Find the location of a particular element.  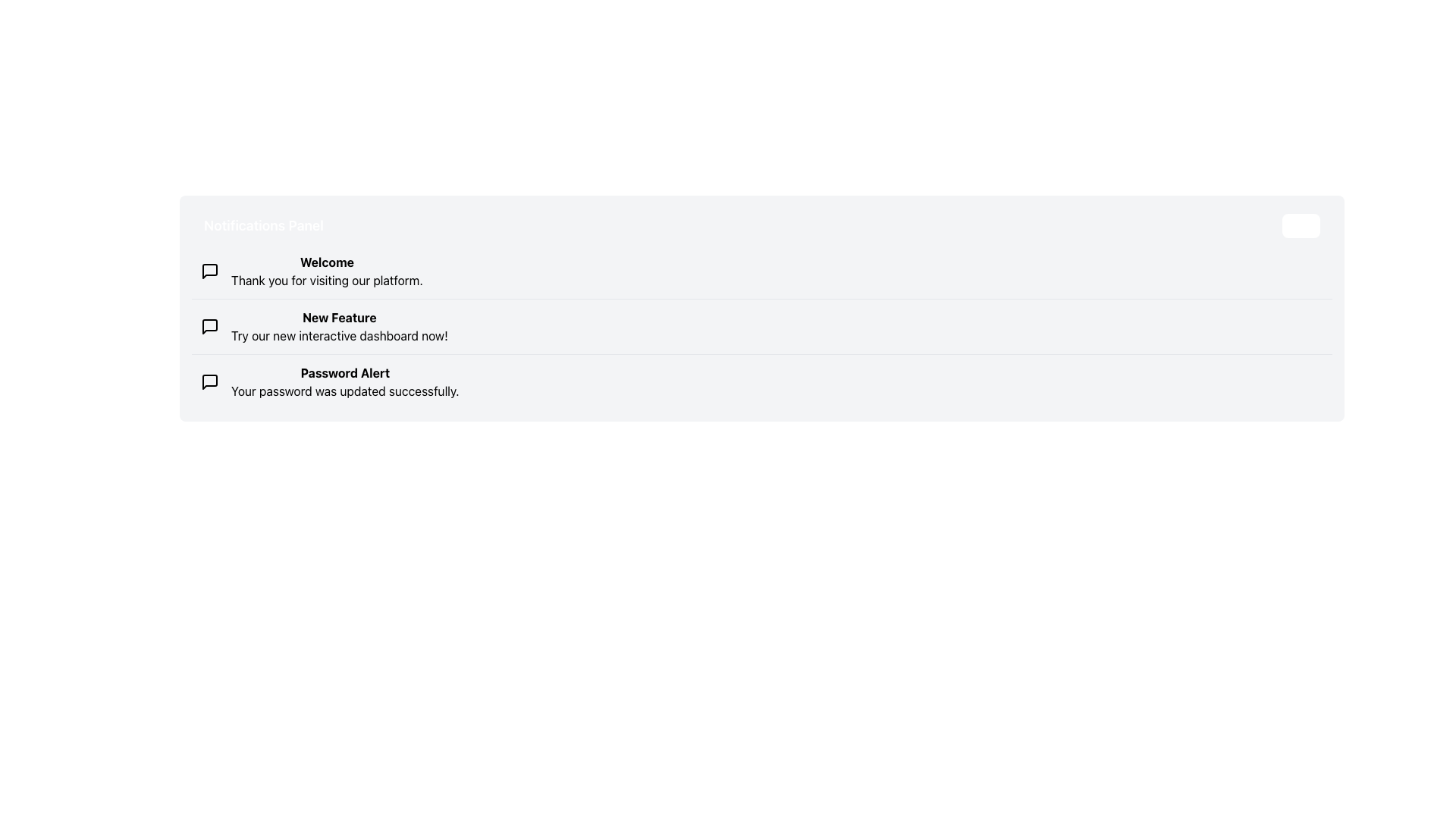

the text element that reads 'New Feature' is located at coordinates (338, 317).